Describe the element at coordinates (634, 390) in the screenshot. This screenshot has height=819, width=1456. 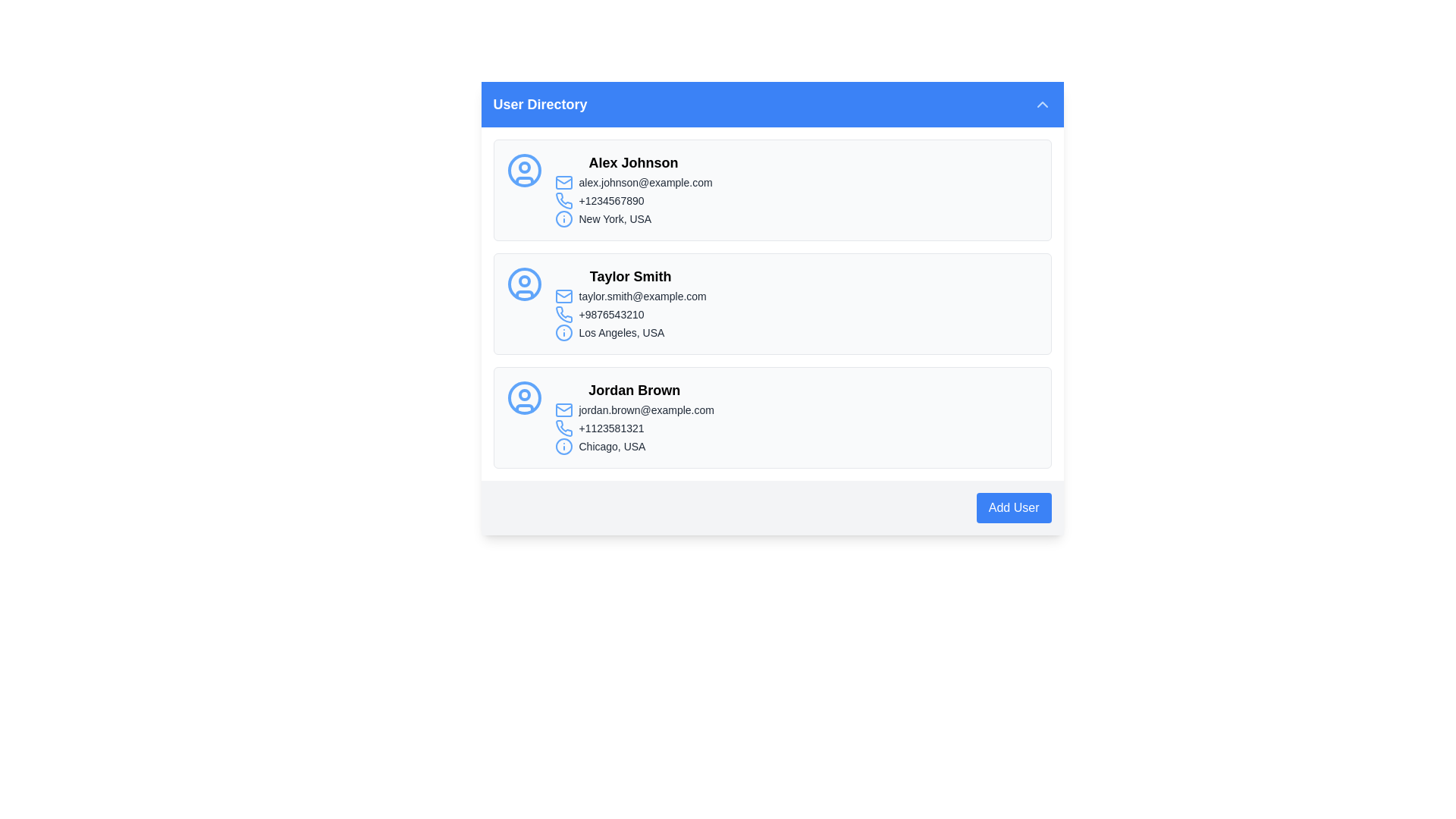
I see `the text label reading 'Jordan Brown' which is the first text item in the third user contact card from the top in a vertical list of user profiles` at that location.